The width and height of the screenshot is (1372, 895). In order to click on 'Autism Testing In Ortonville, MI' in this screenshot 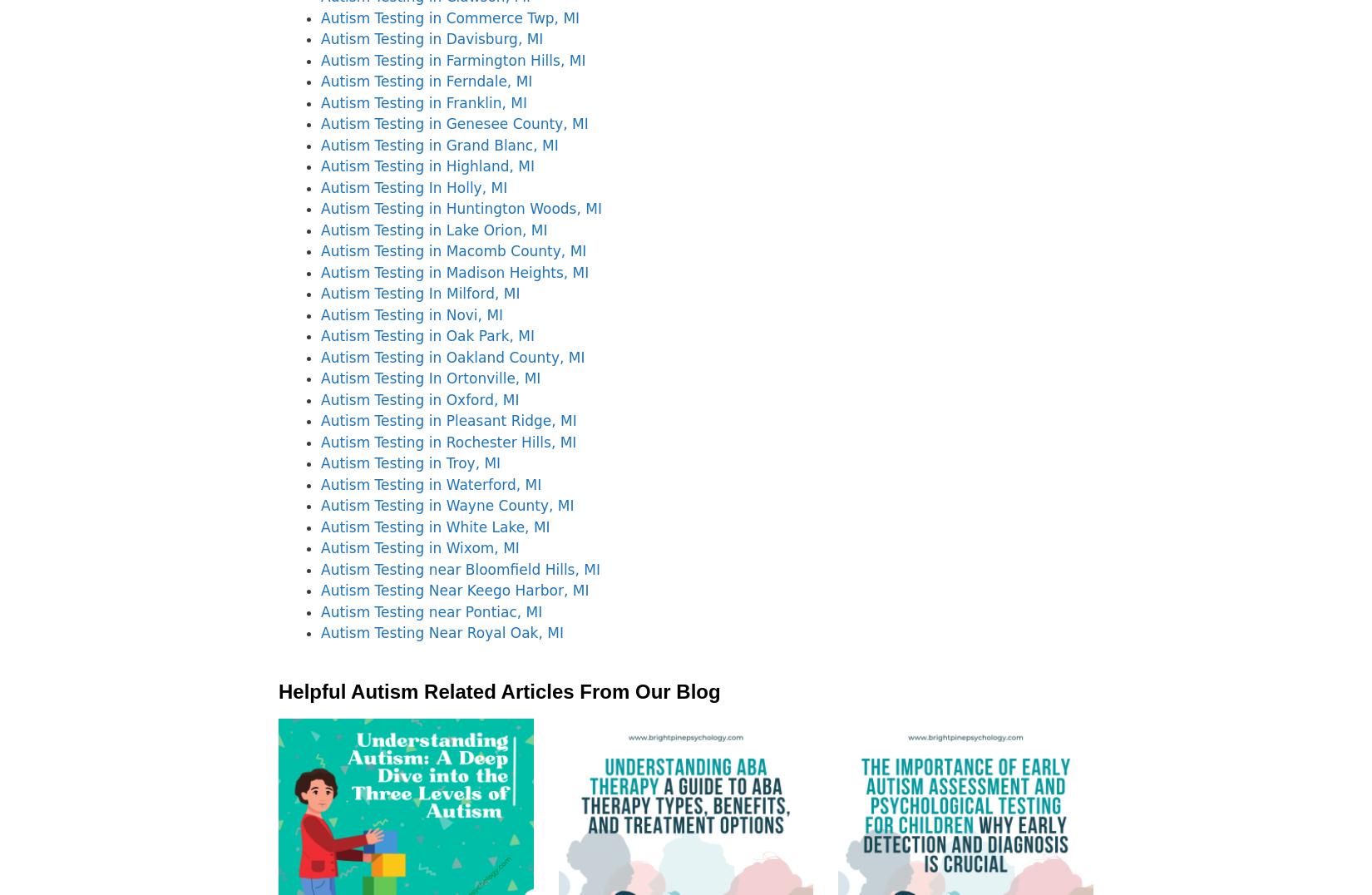, I will do `click(429, 378)`.